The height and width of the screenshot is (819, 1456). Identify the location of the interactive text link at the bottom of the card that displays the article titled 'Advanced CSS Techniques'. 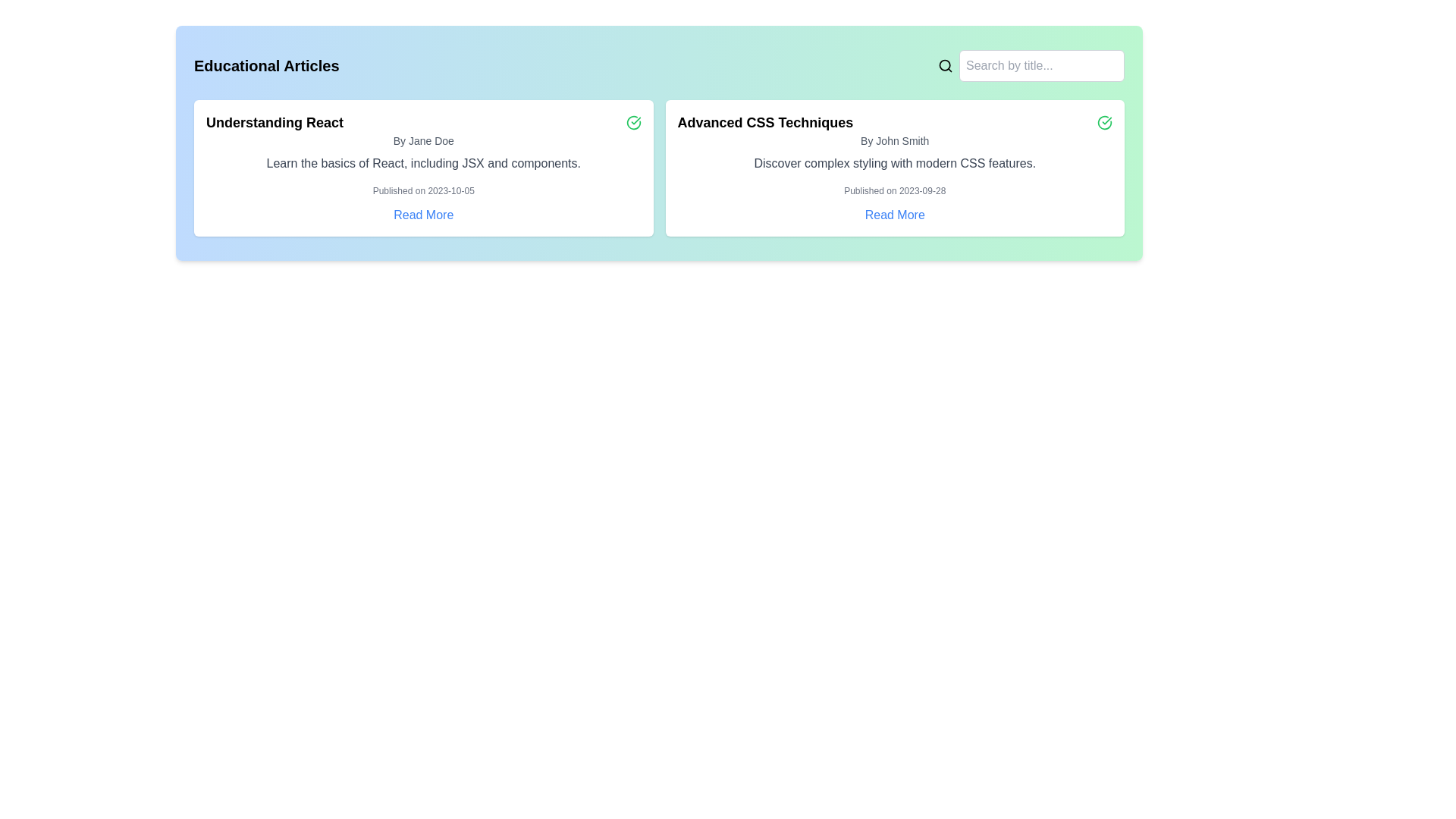
(895, 215).